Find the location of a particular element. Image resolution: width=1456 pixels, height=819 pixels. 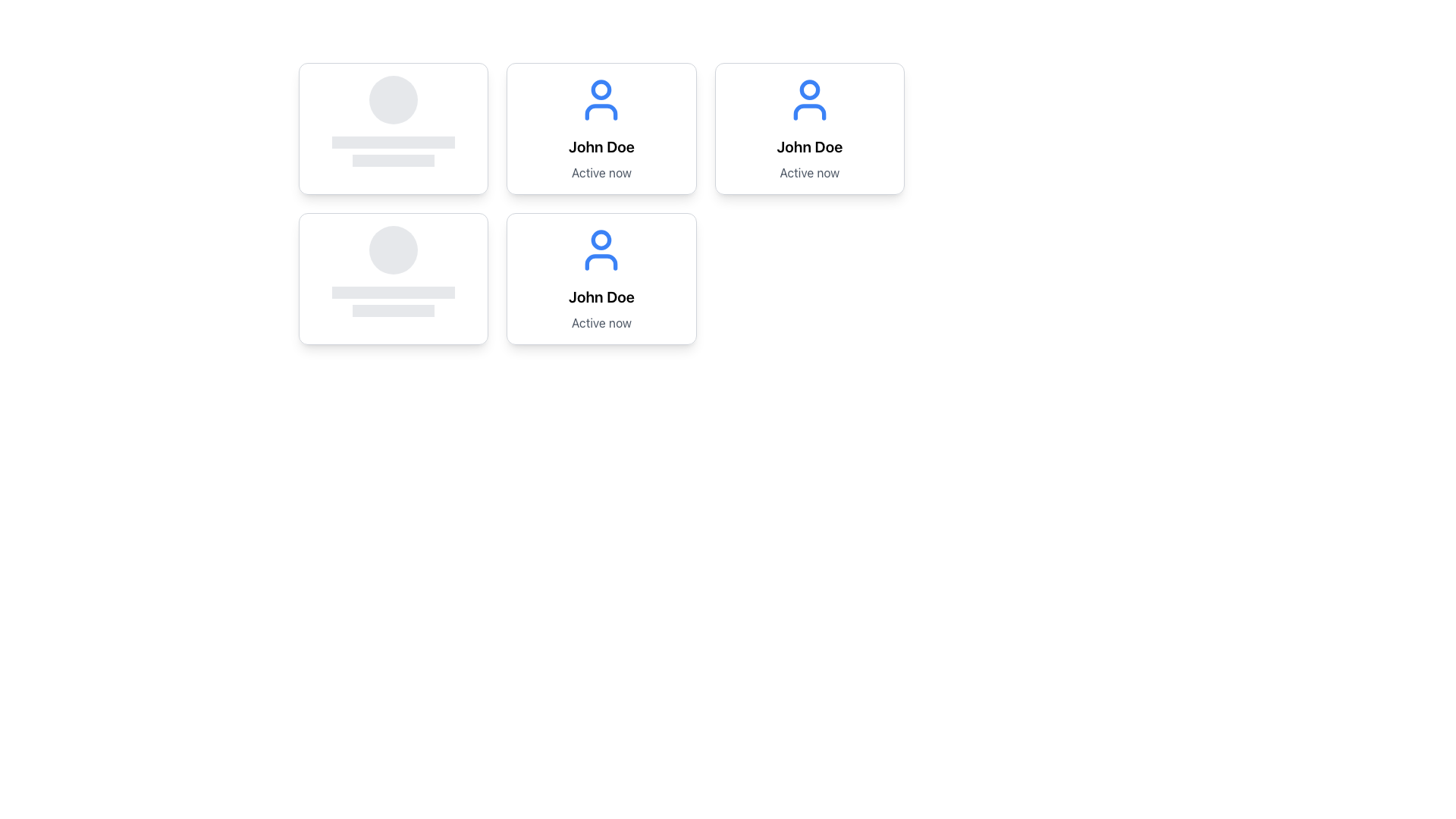

the blue circular user icon is located at coordinates (601, 249).